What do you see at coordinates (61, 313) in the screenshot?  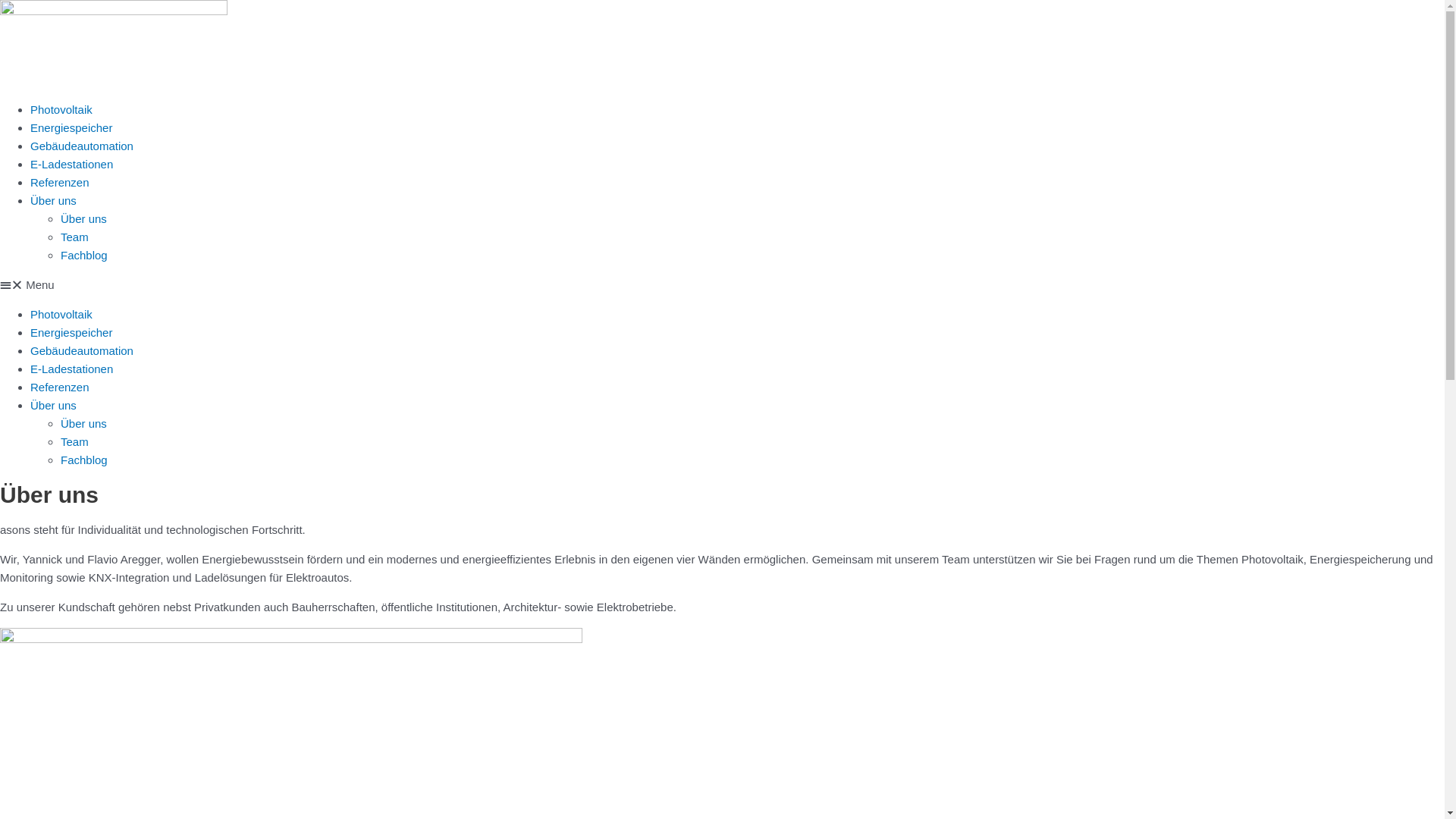 I see `'Photovoltaik'` at bounding box center [61, 313].